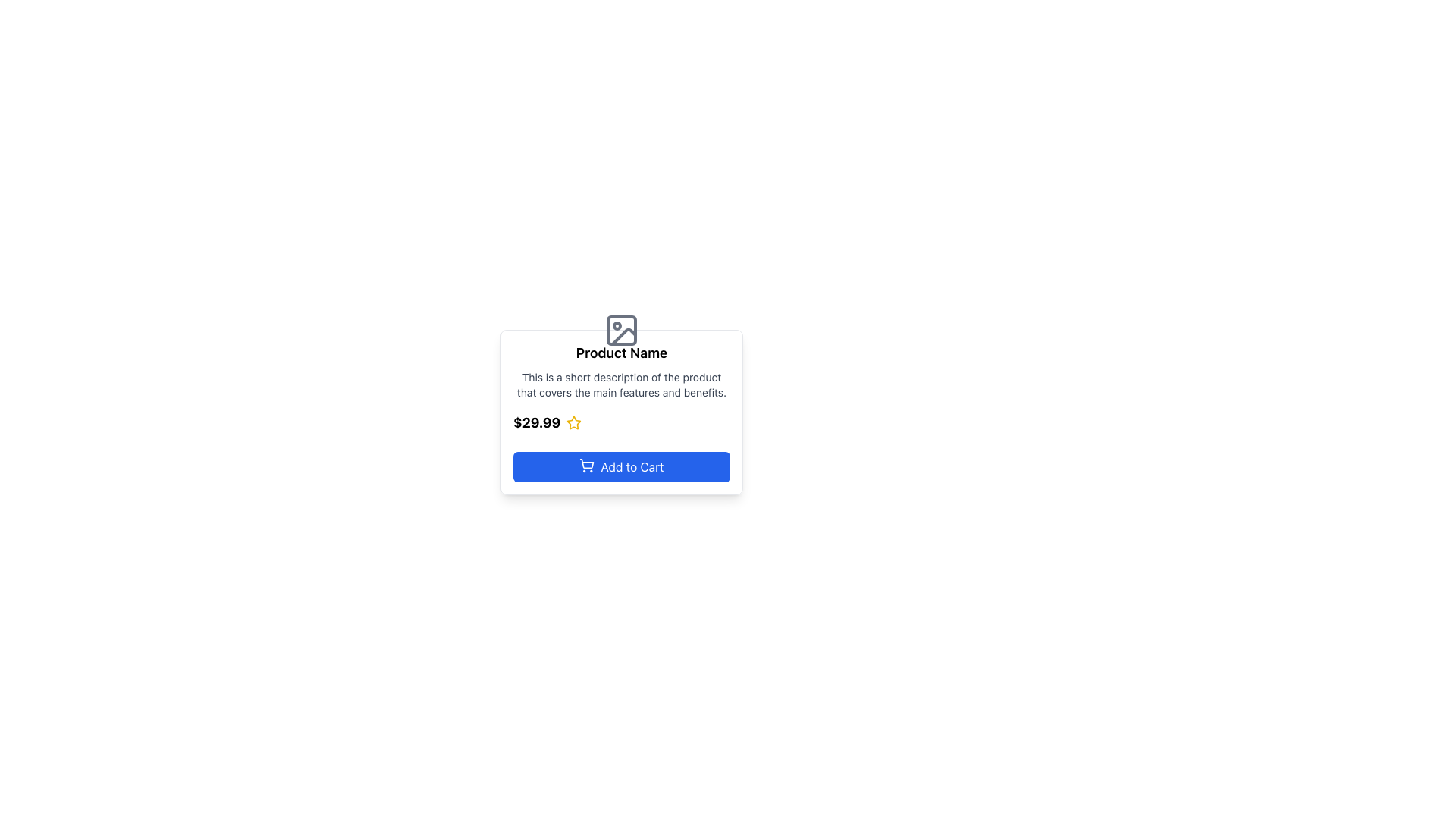  I want to click on the icon representing the product image located above the 'Product Name' text in the product information card, so click(622, 329).